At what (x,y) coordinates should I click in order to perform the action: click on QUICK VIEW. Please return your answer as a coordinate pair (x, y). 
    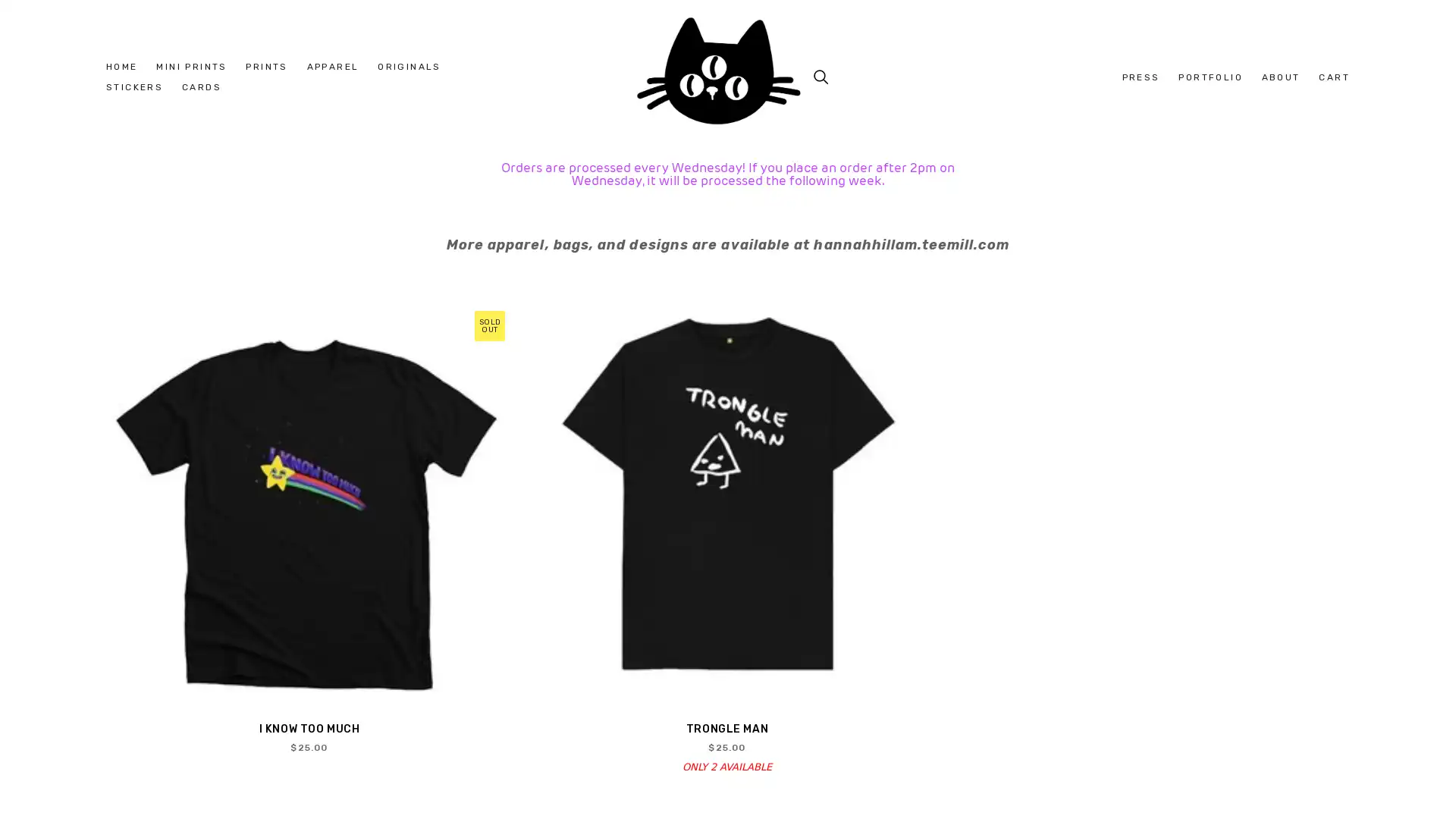
    Looking at the image, I should click on (726, 538).